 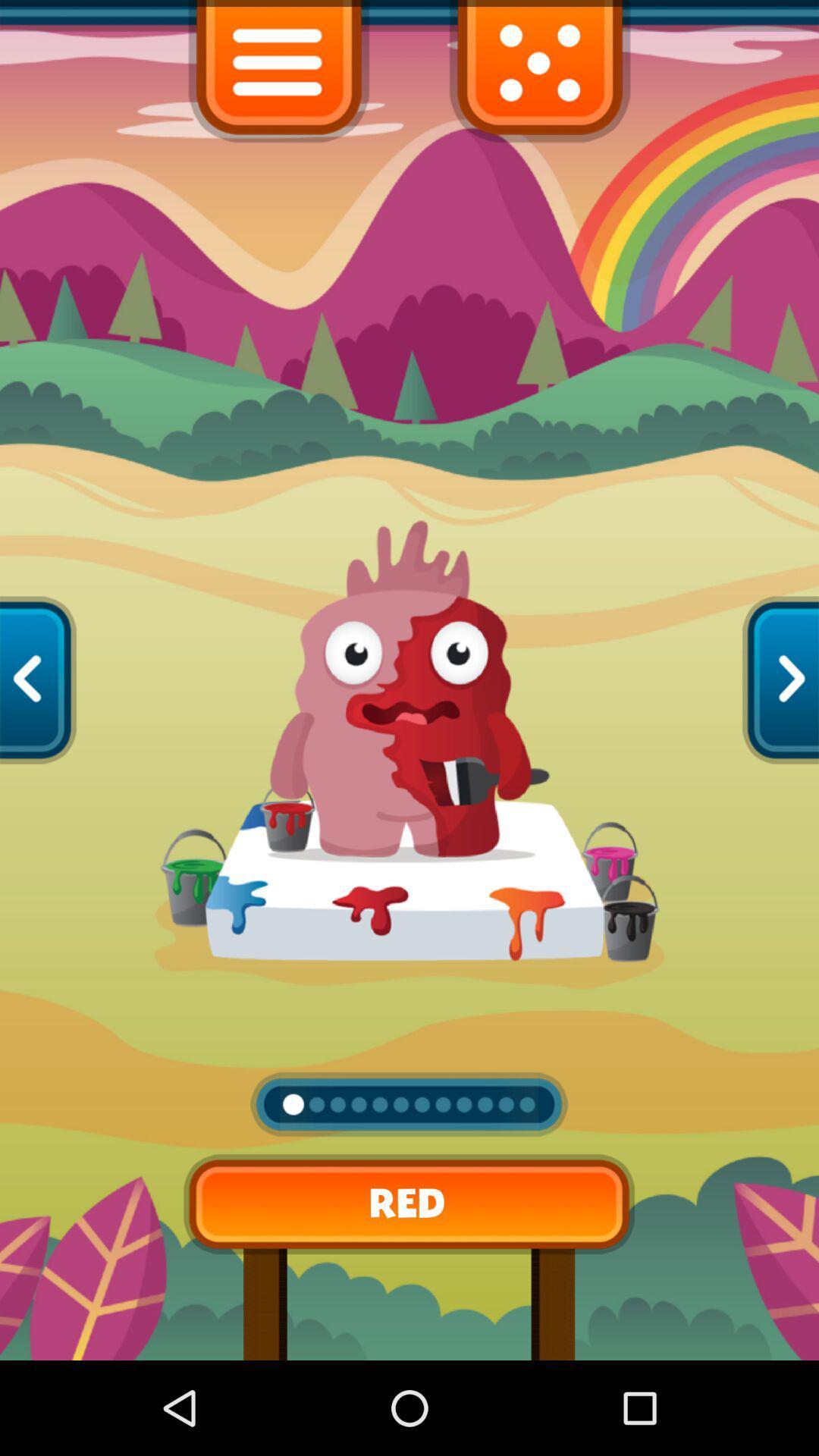 What do you see at coordinates (278, 76) in the screenshot?
I see `the menu icon` at bounding box center [278, 76].